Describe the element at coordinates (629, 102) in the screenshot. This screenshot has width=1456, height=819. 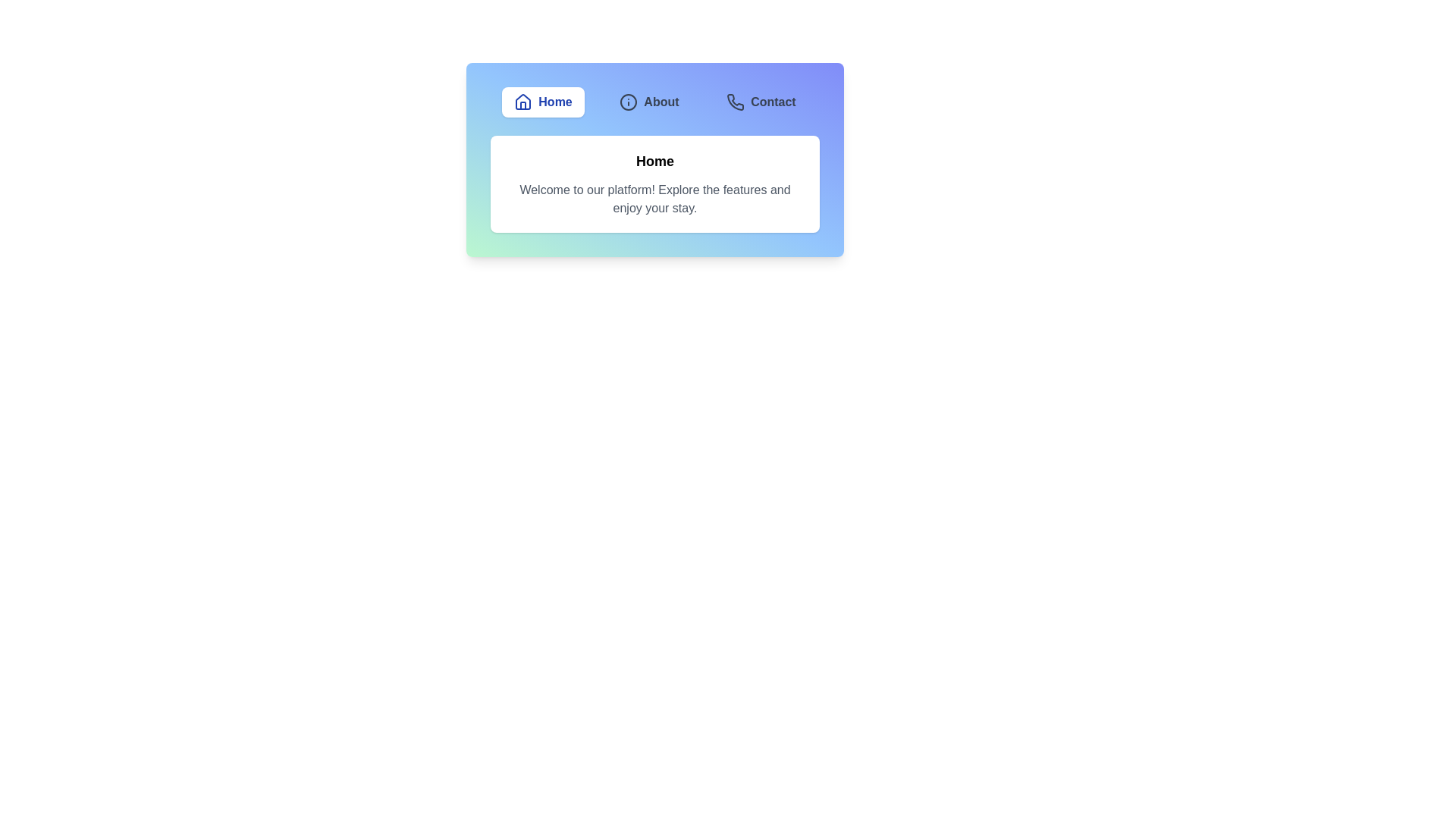
I see `the icon of the About tab` at that location.